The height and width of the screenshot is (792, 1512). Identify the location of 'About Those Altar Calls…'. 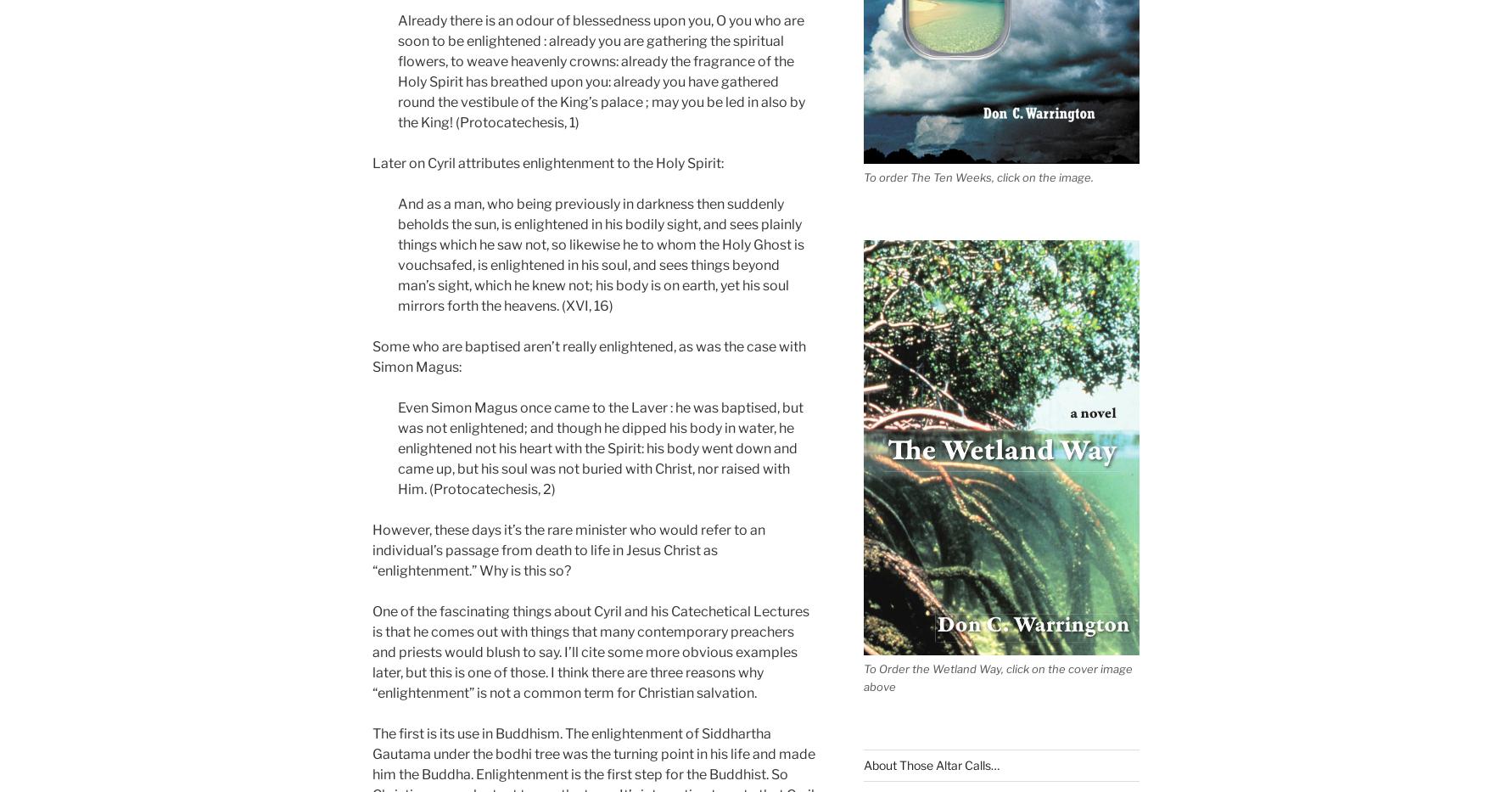
(930, 764).